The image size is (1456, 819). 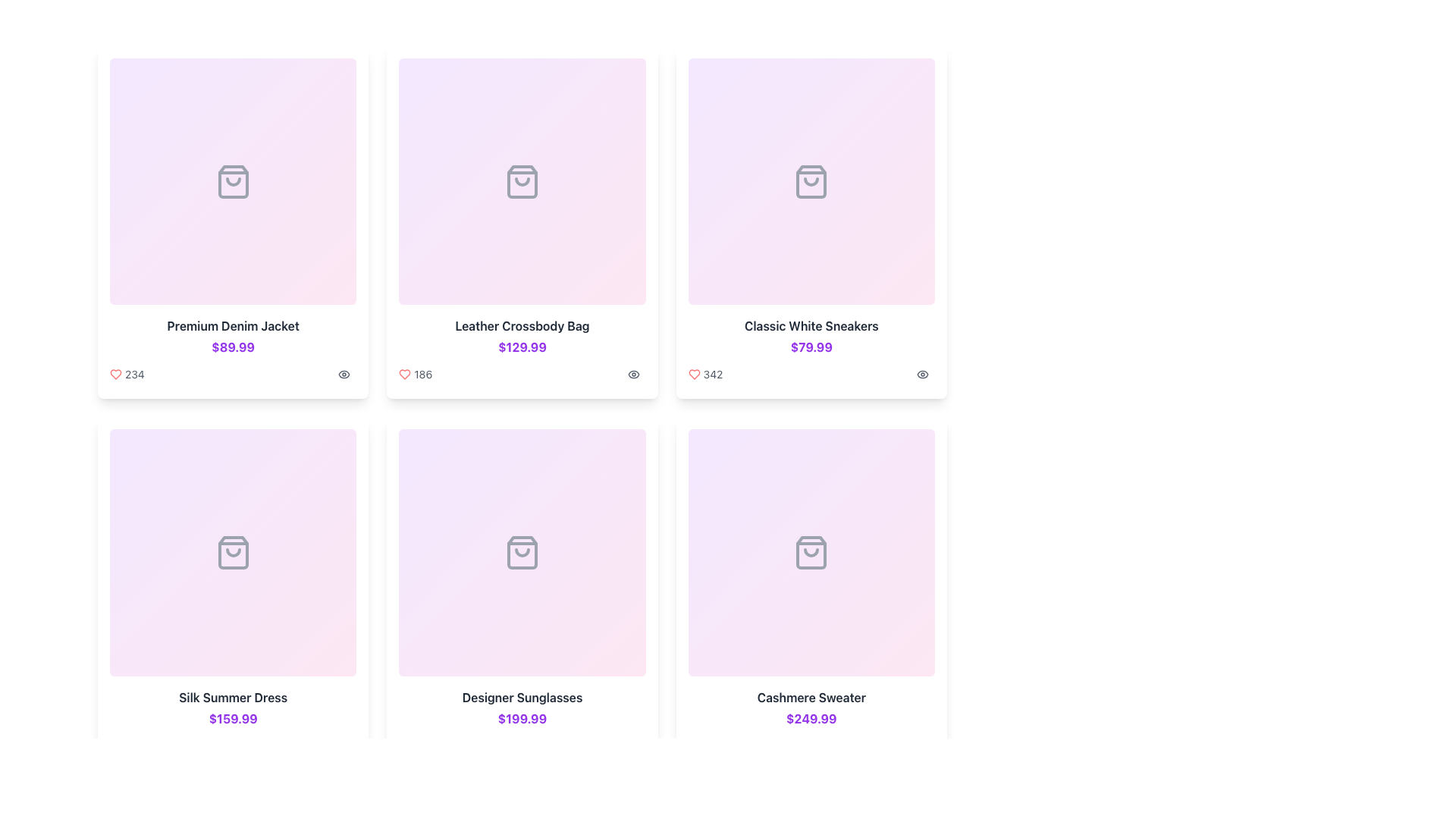 I want to click on the e-commerce shopping bag icon located at the bottom-right of the 'Cashmere Sweater' product card, so click(x=811, y=553).